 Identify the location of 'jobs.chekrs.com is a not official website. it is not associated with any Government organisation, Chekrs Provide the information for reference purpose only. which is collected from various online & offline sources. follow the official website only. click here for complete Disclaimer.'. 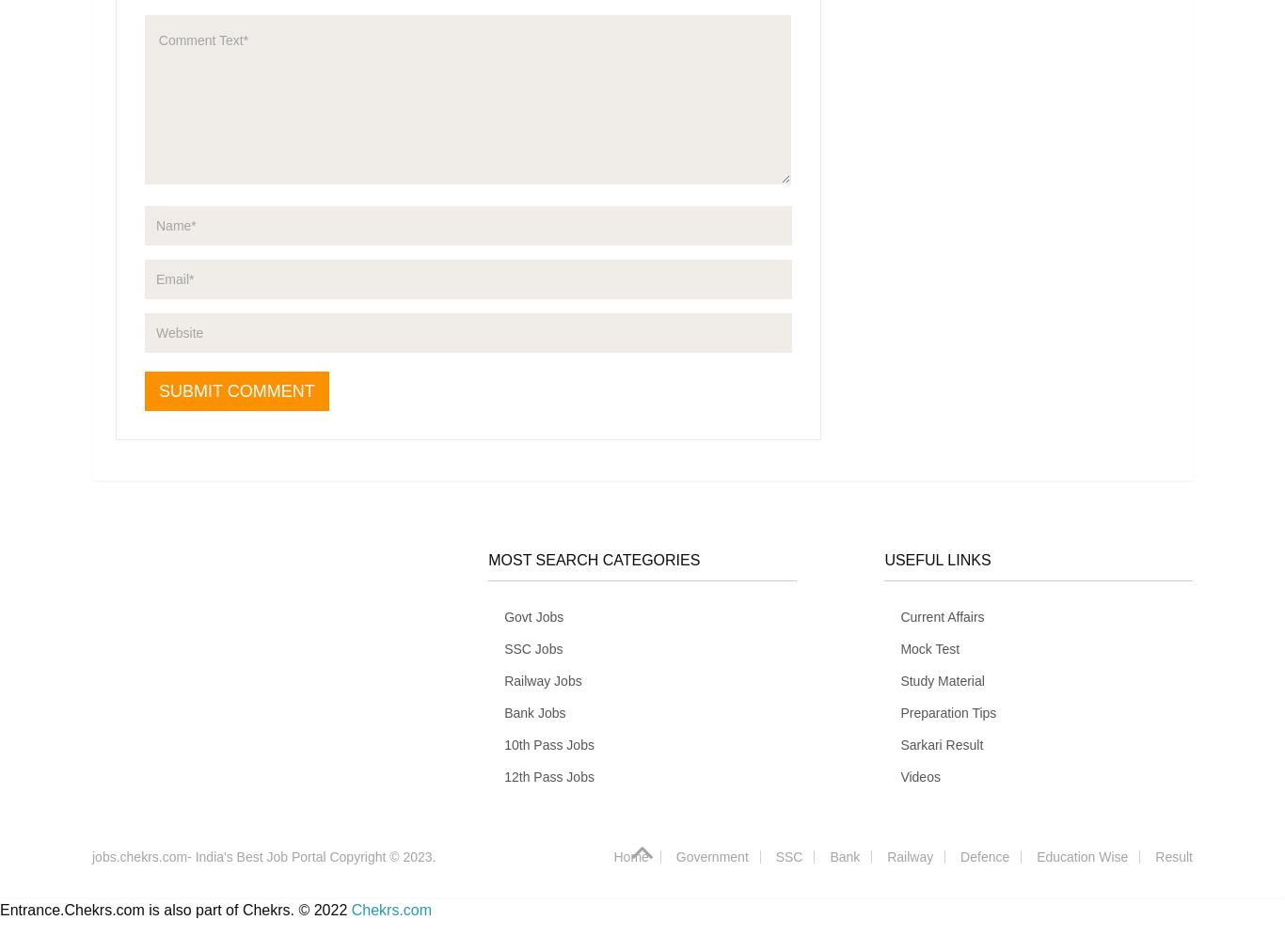
(259, 672).